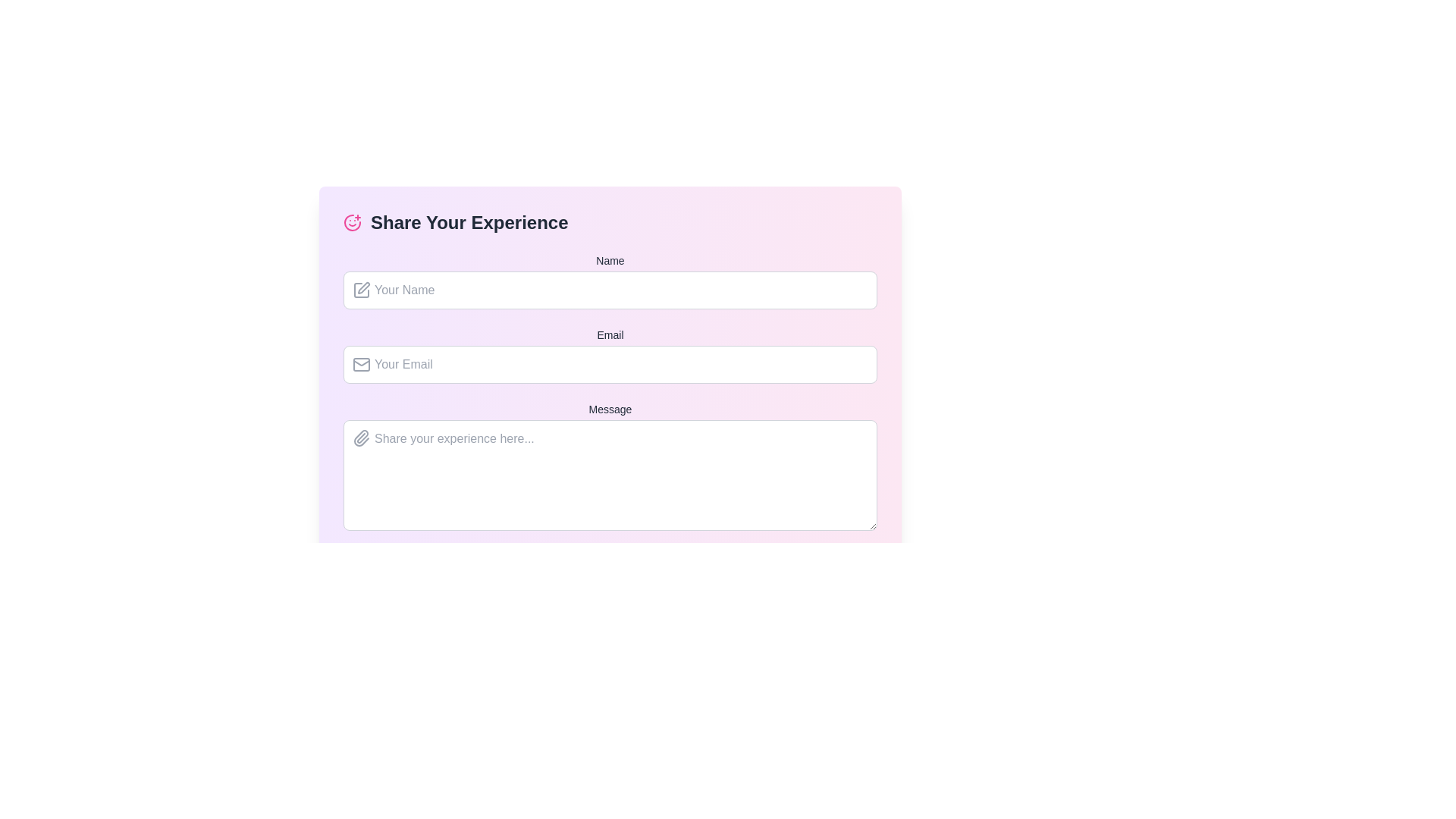  Describe the element at coordinates (360, 365) in the screenshot. I see `the email icon designed as a light gray envelope outline, located to the left within the email input field` at that location.